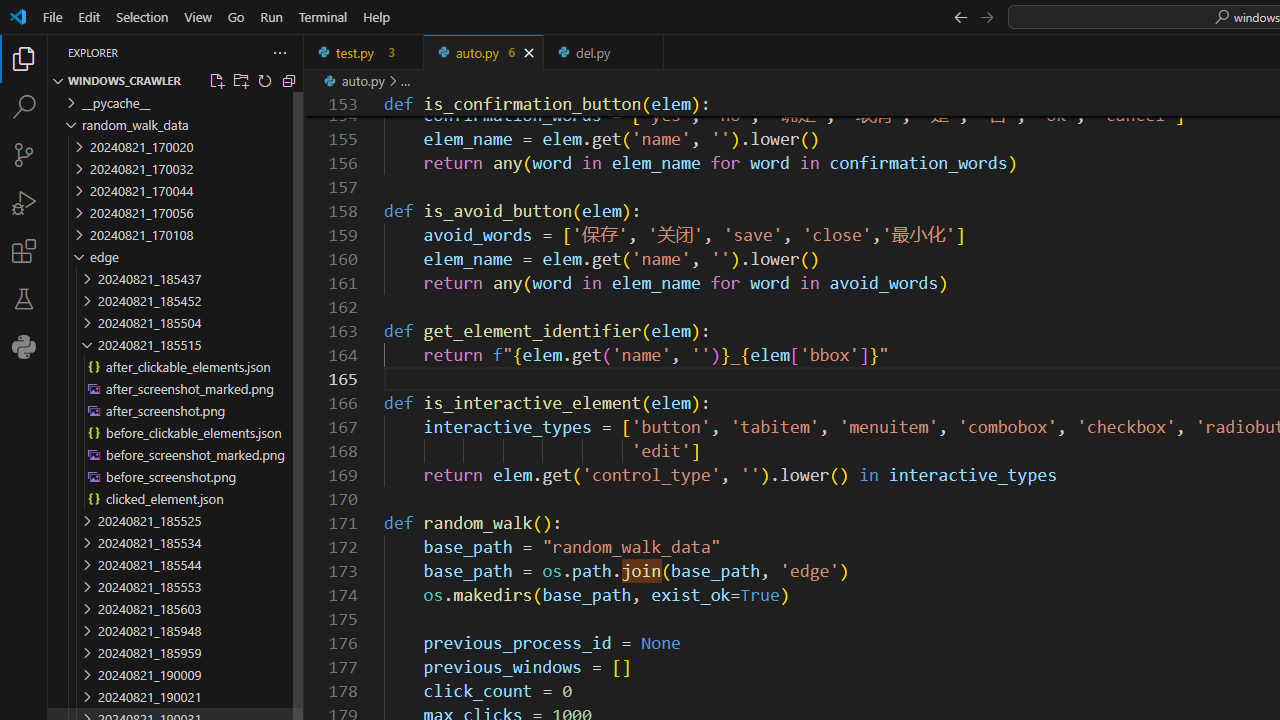 This screenshot has height=720, width=1280. Describe the element at coordinates (483, 51) in the screenshot. I see `'auto.py'` at that location.